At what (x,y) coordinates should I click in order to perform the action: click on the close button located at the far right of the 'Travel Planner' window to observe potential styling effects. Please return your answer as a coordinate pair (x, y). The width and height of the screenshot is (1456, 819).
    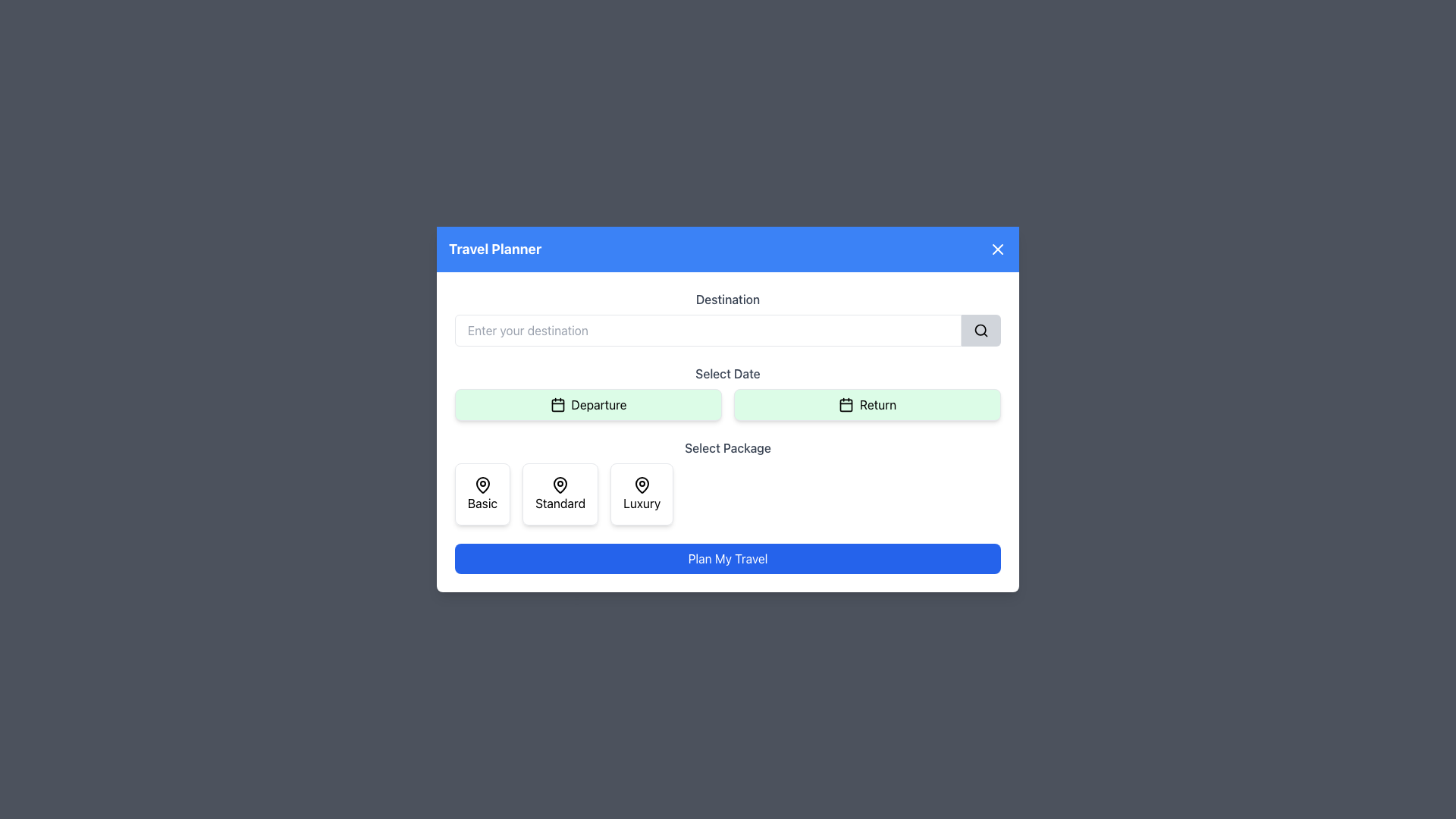
    Looking at the image, I should click on (997, 248).